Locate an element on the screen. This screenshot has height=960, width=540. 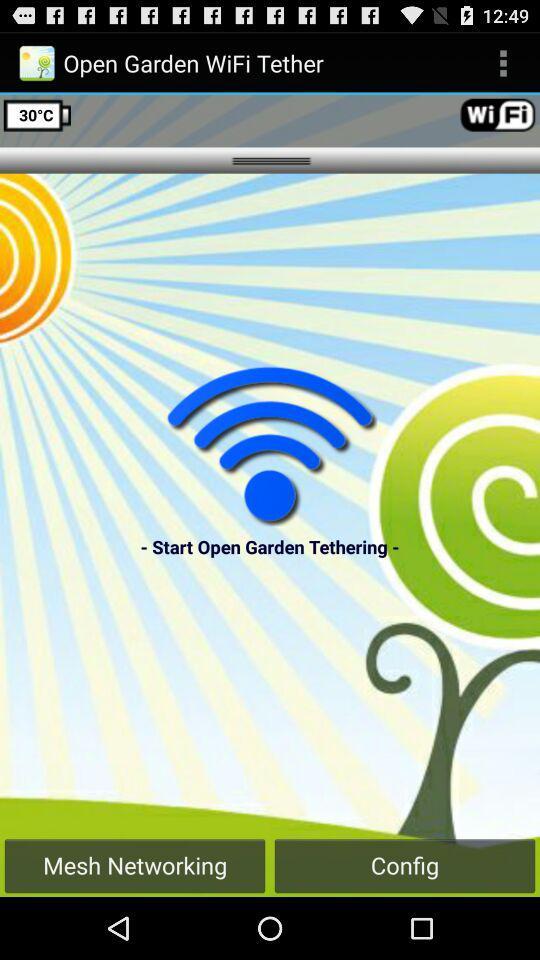
start item is located at coordinates (270, 445).